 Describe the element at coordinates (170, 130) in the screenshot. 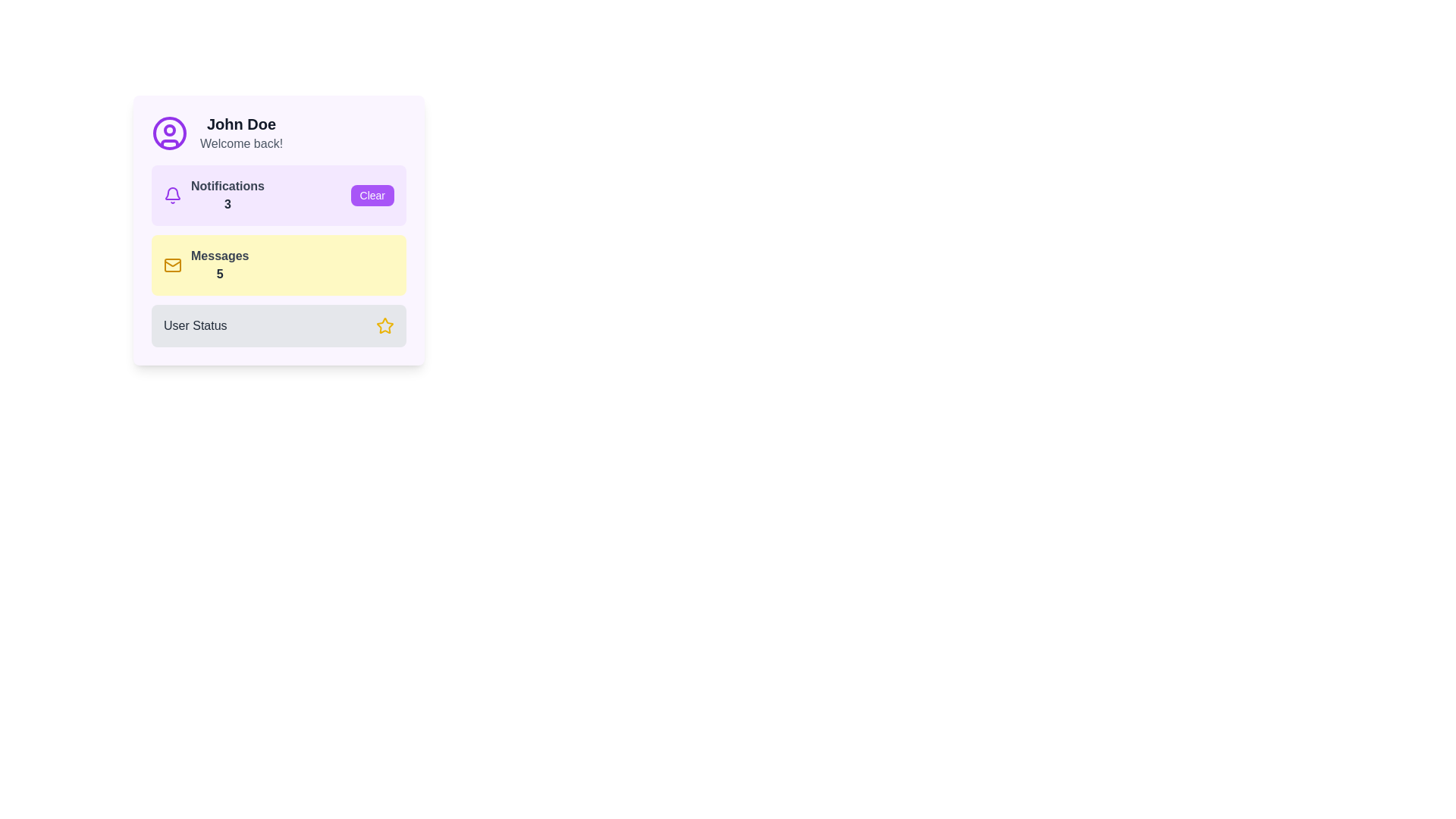

I see `the SVG Circle that represents the eye or lens part of the user profile icon, which is located at the top left of the user card layout` at that location.